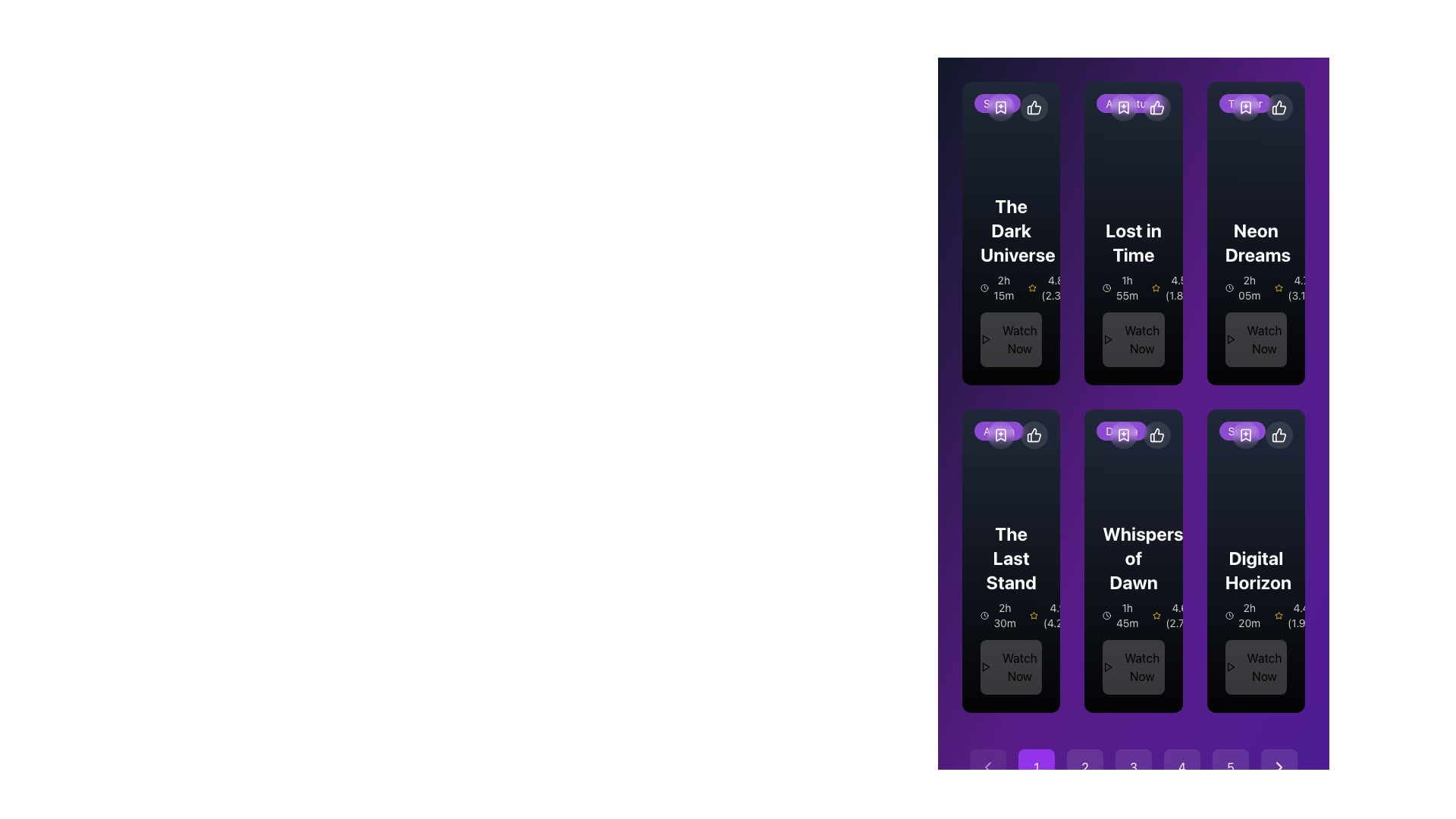  I want to click on the 'Drama' textual badge located at the top-left corner of the movie card for 'Whispers of Dawn', even though it is not marked as interactive, so click(1122, 430).